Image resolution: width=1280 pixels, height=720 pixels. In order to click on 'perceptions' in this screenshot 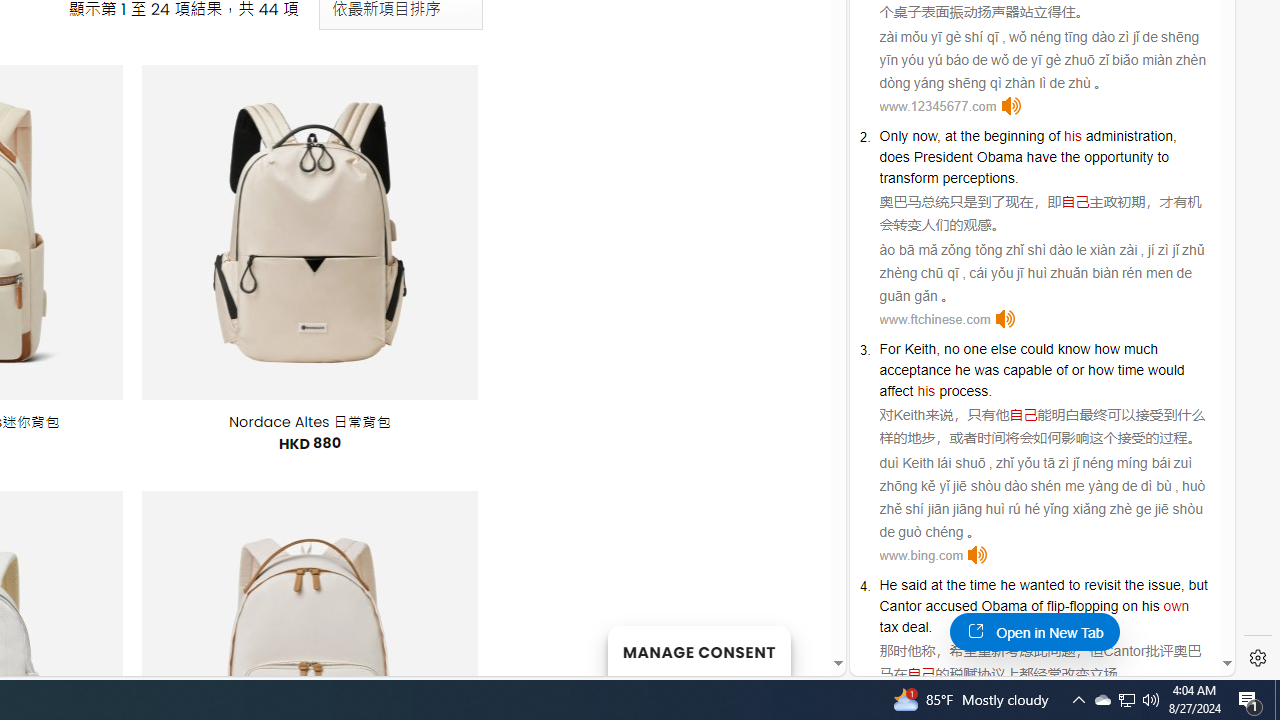, I will do `click(978, 176)`.